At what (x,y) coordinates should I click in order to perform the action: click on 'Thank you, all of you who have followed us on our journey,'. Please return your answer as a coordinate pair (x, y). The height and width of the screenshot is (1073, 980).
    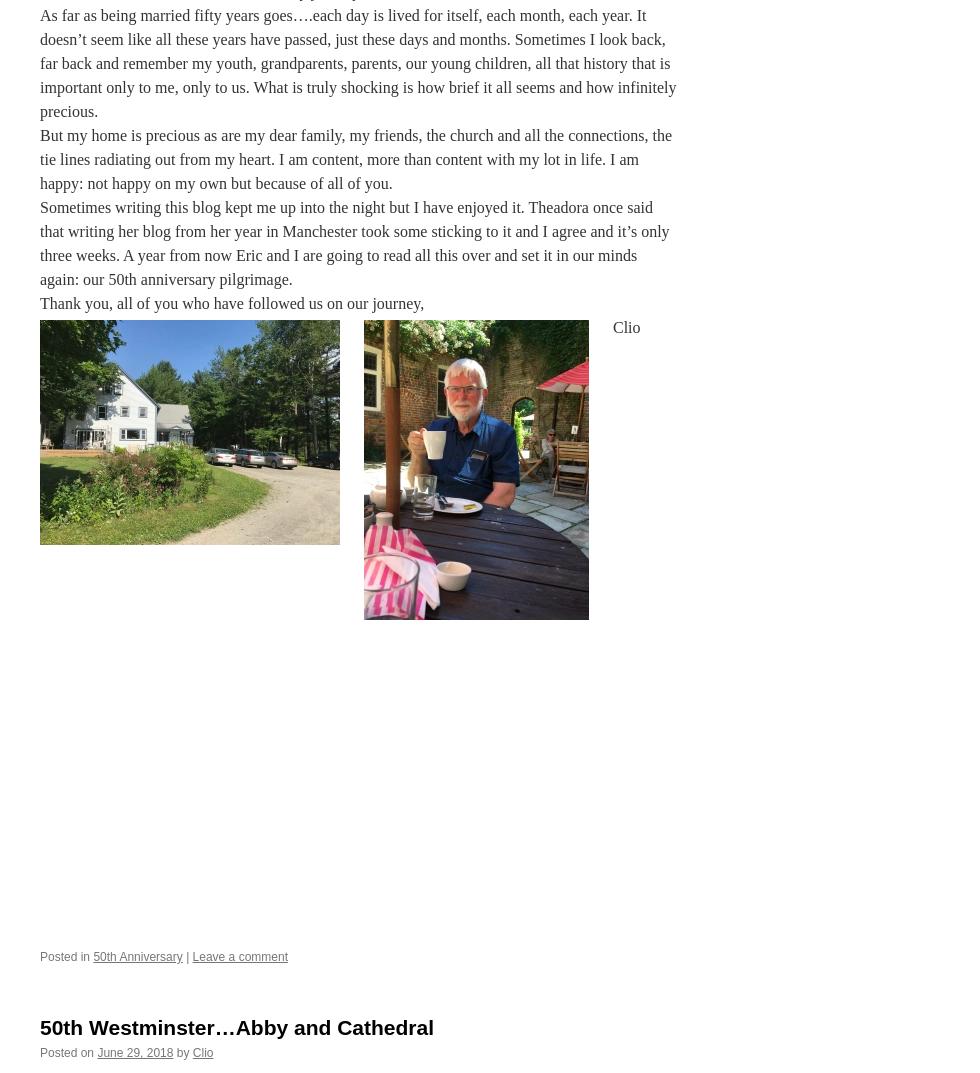
    Looking at the image, I should click on (231, 302).